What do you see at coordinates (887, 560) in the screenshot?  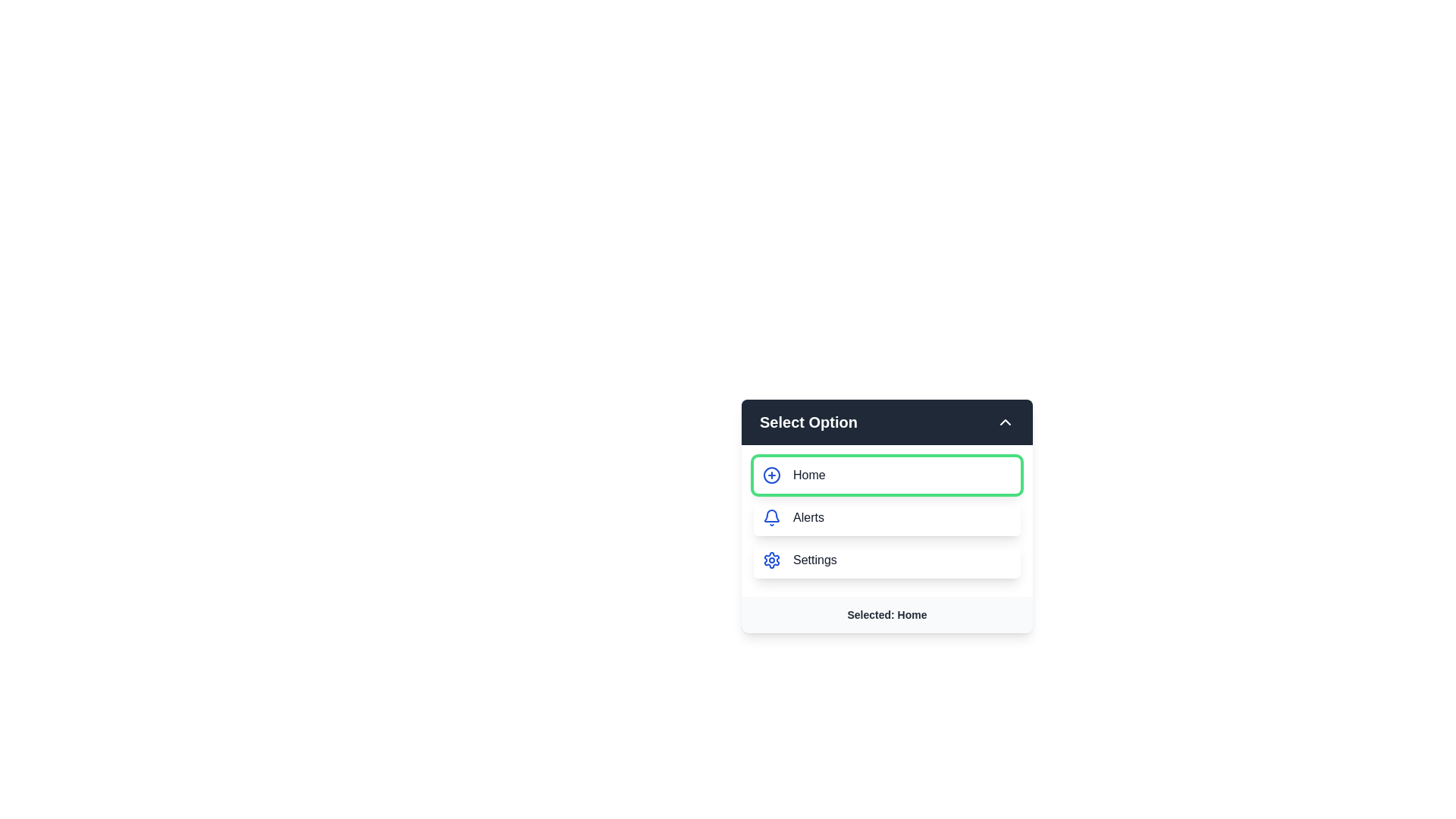 I see `the 'Settings' button, which is the third item in a vertical list located below 'Alerts'` at bounding box center [887, 560].